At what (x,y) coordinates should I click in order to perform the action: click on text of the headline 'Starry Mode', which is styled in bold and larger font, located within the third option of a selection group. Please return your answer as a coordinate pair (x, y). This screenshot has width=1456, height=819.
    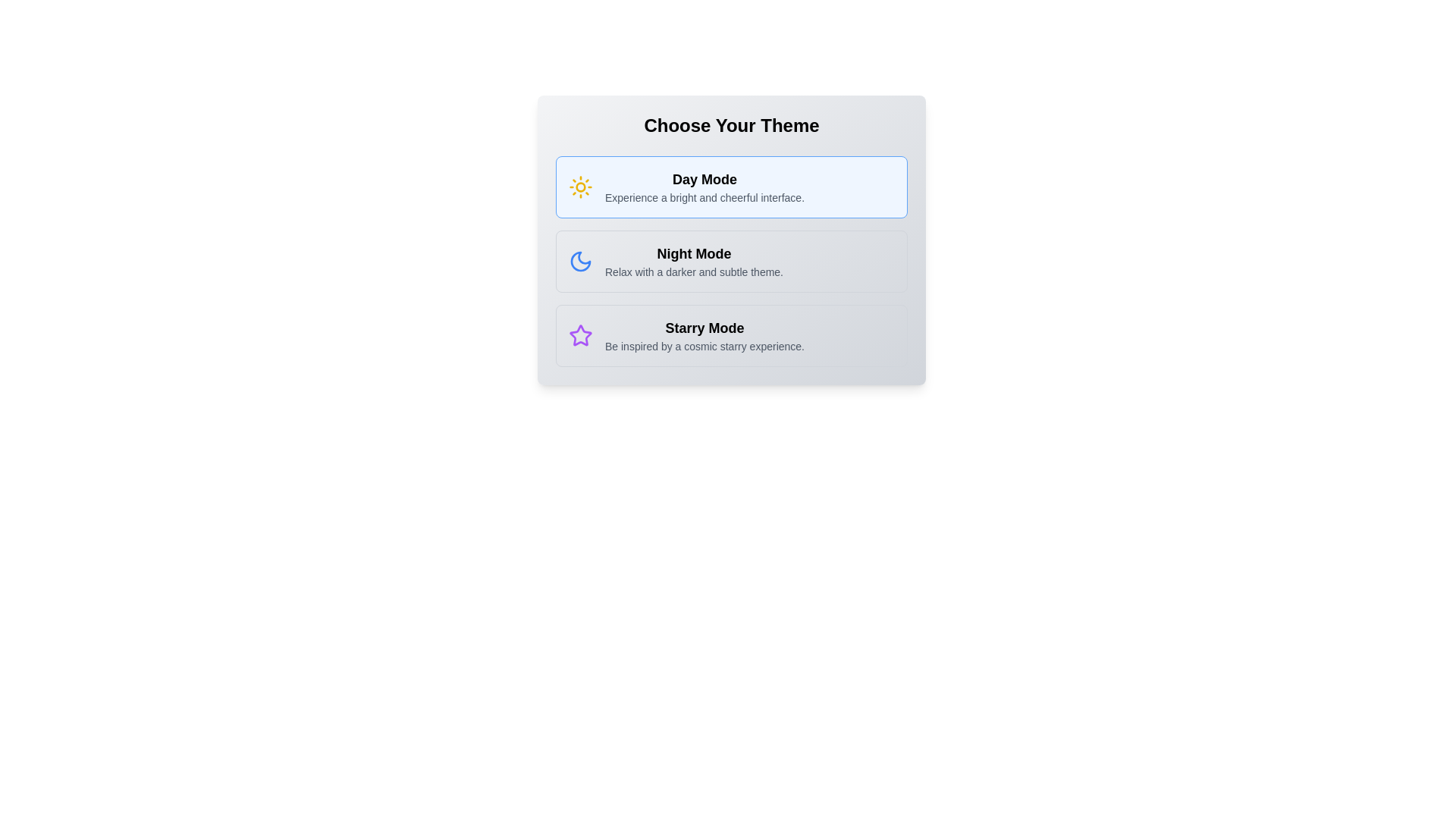
    Looking at the image, I should click on (704, 327).